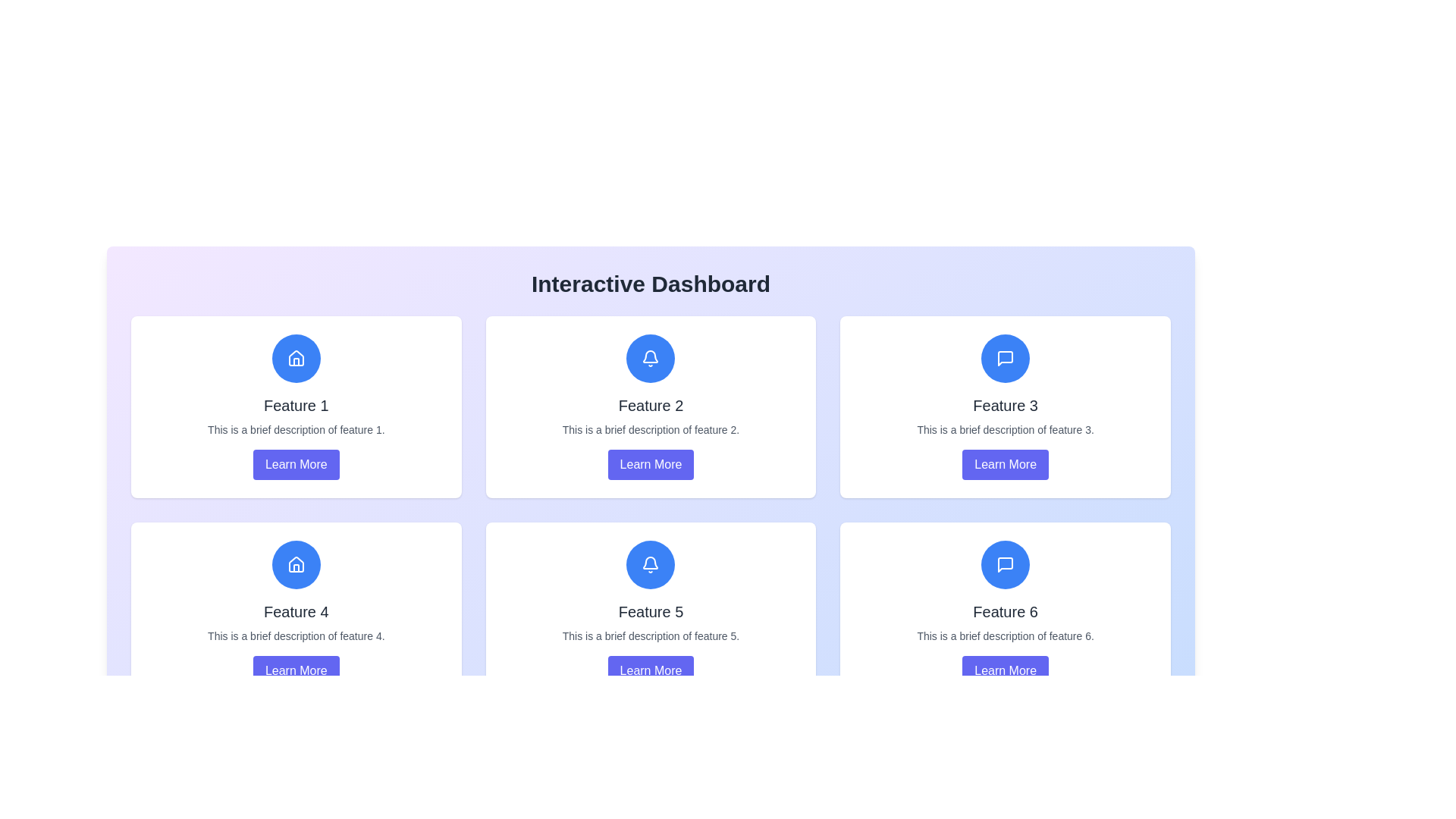 The image size is (1456, 819). Describe the element at coordinates (1006, 464) in the screenshot. I see `the 'Learn More' button, which is a rectangular button with a light indigo background and white text, located in the 'Feature 3' card in the third column of the top row of a grid layout` at that location.